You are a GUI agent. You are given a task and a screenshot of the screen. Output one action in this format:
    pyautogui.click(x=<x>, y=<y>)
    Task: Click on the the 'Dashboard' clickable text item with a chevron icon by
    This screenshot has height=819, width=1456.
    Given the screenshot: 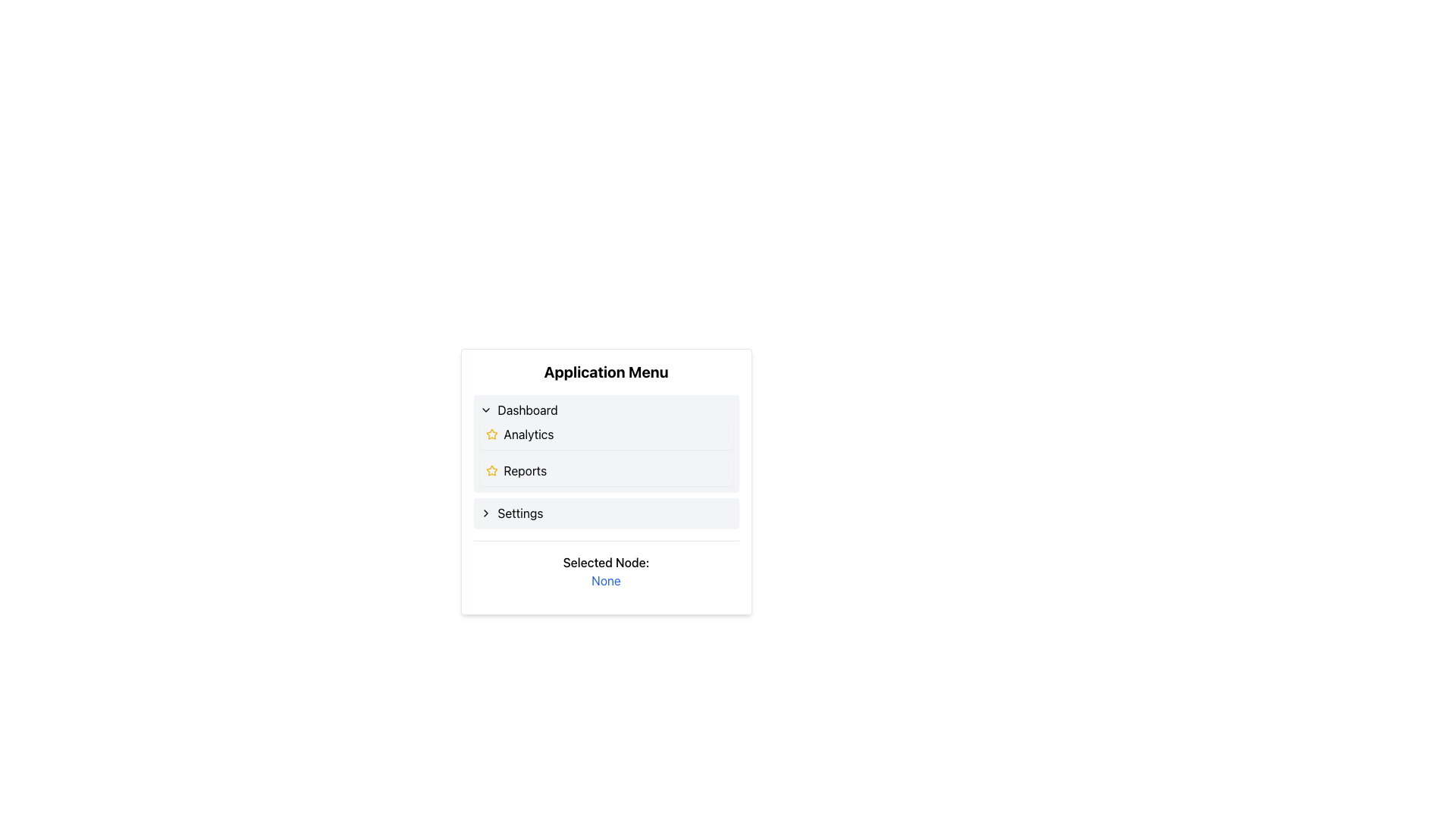 What is the action you would take?
    pyautogui.click(x=605, y=409)
    